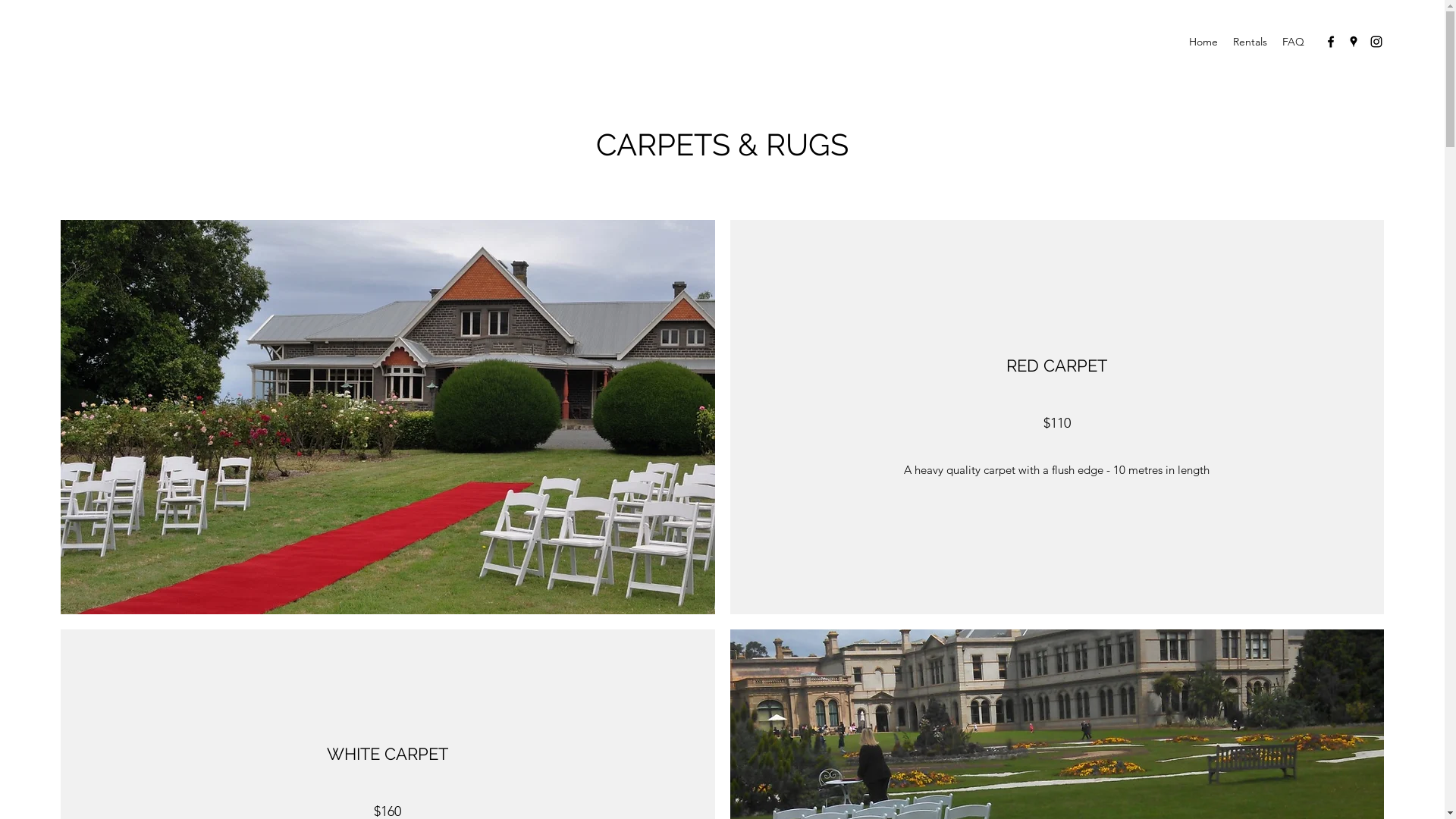  What do you see at coordinates (1250, 40) in the screenshot?
I see `'Rentals'` at bounding box center [1250, 40].